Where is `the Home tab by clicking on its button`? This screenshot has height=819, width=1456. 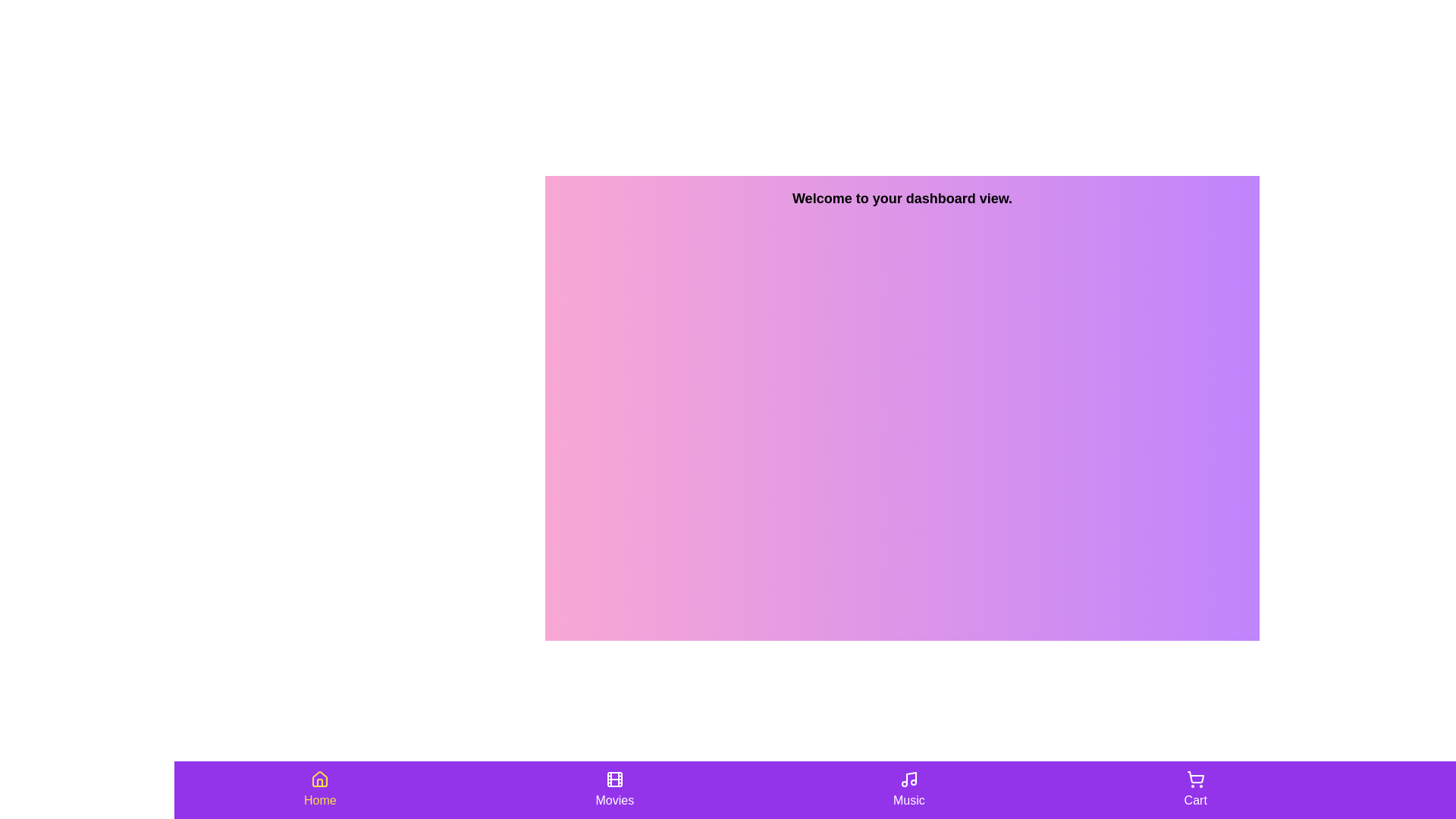 the Home tab by clicking on its button is located at coordinates (319, 789).